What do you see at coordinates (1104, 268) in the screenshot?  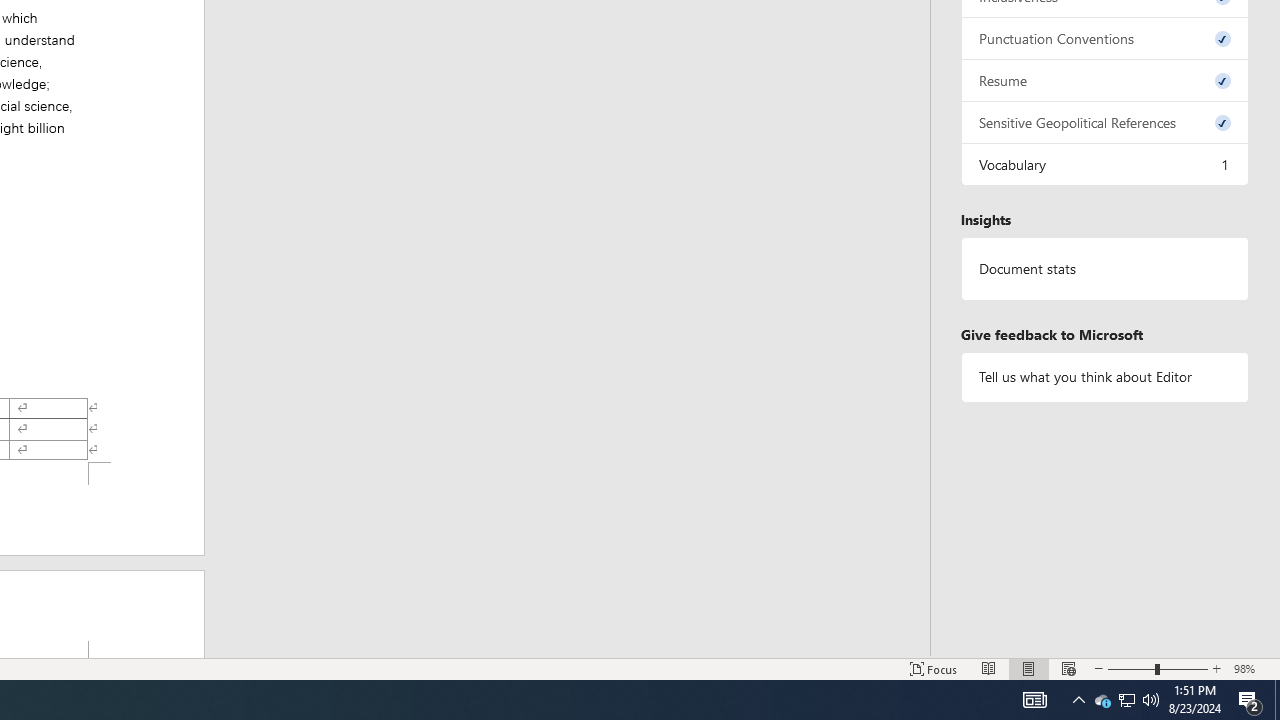 I see `'Document statistics'` at bounding box center [1104, 268].